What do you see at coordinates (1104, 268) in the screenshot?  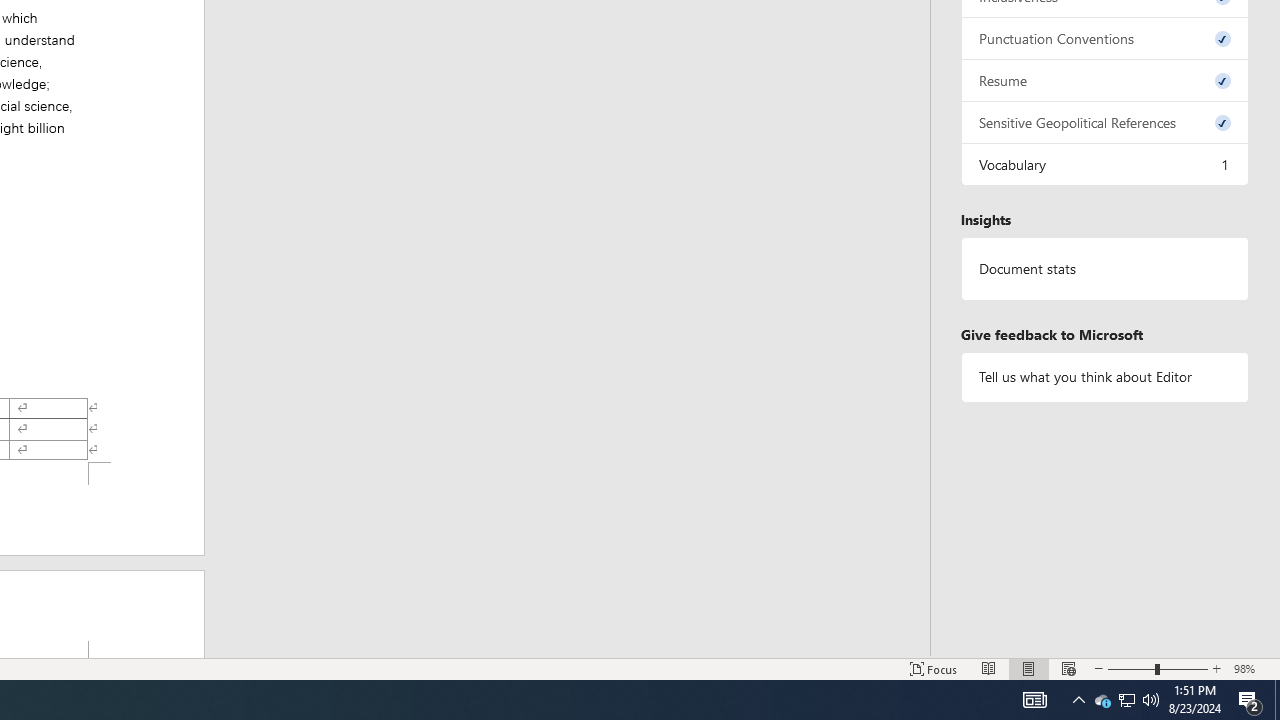 I see `'Document statistics'` at bounding box center [1104, 268].